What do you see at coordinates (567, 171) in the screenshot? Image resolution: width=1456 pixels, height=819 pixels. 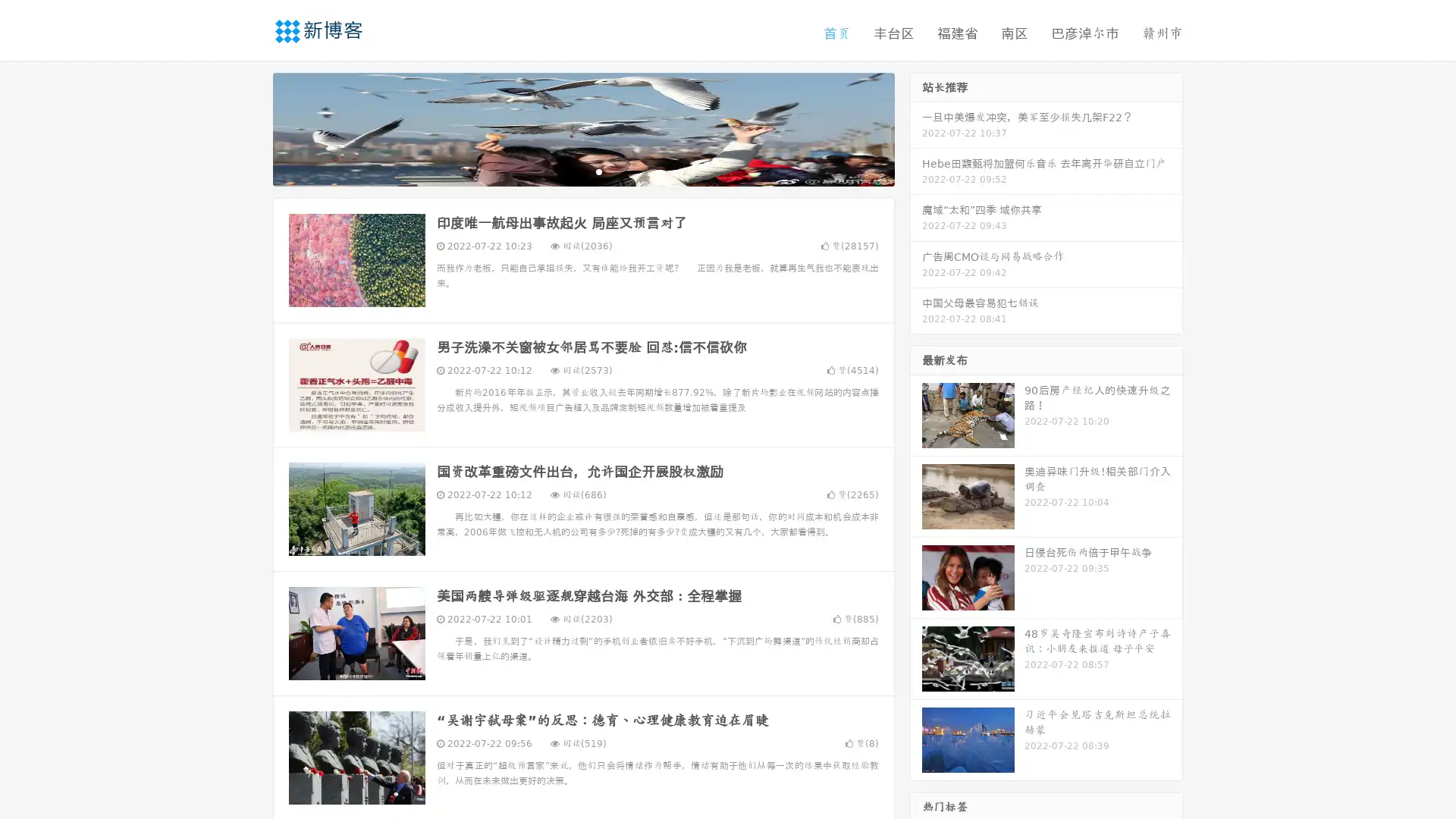 I see `Go to slide 1` at bounding box center [567, 171].